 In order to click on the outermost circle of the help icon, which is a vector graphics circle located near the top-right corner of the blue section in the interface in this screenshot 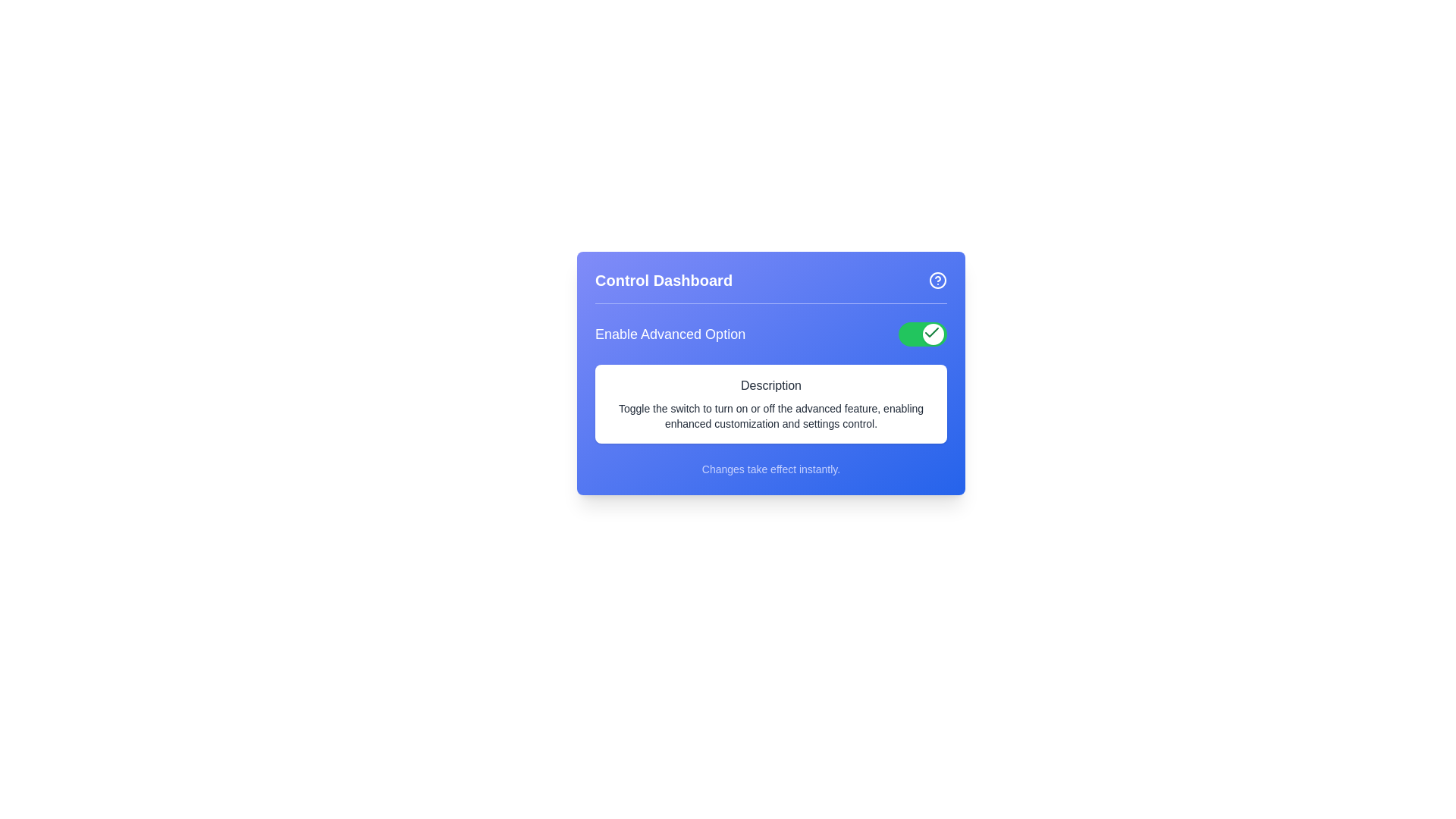, I will do `click(937, 281)`.